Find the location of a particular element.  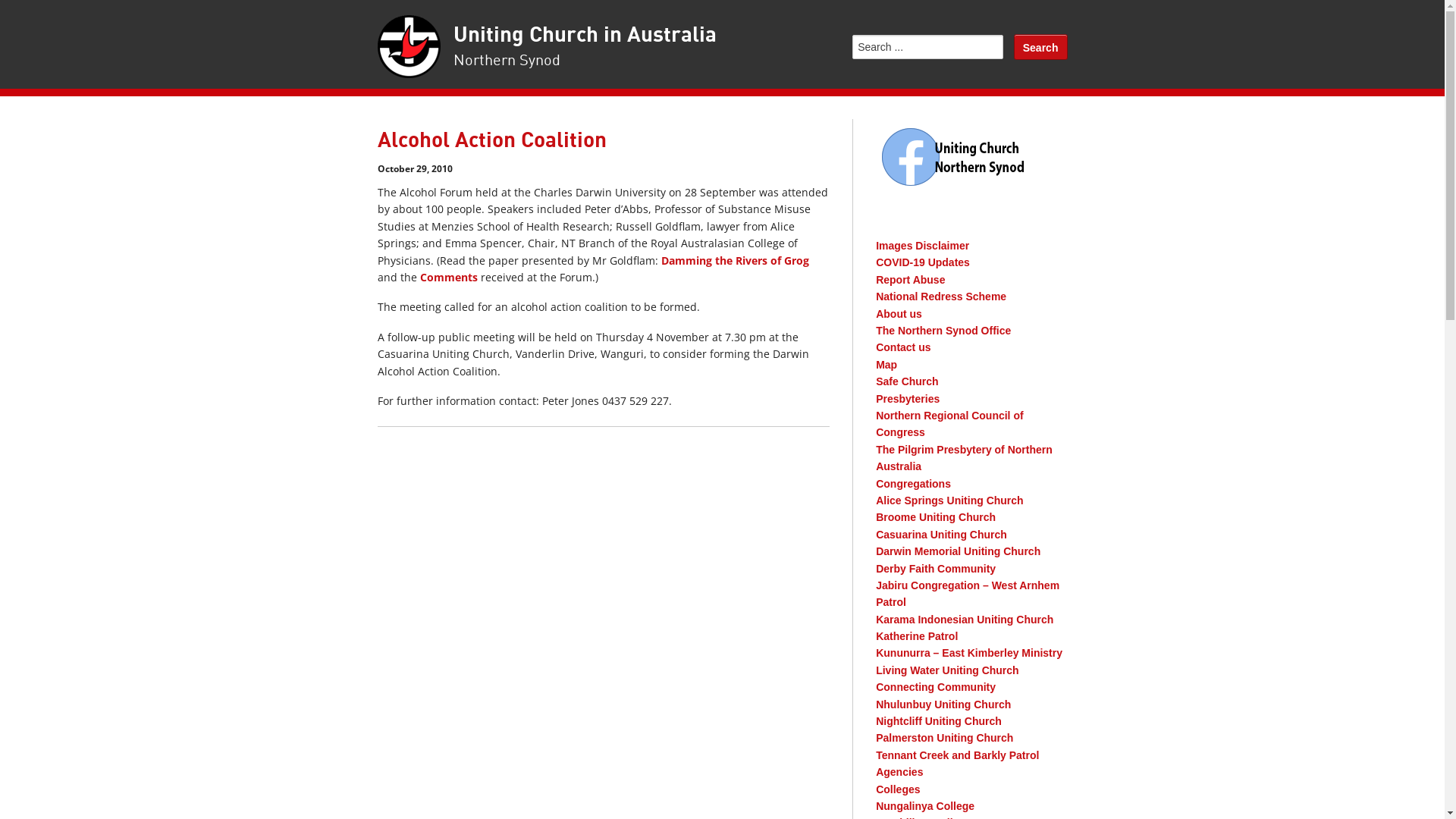

'Safe Church' is located at coordinates (906, 380).